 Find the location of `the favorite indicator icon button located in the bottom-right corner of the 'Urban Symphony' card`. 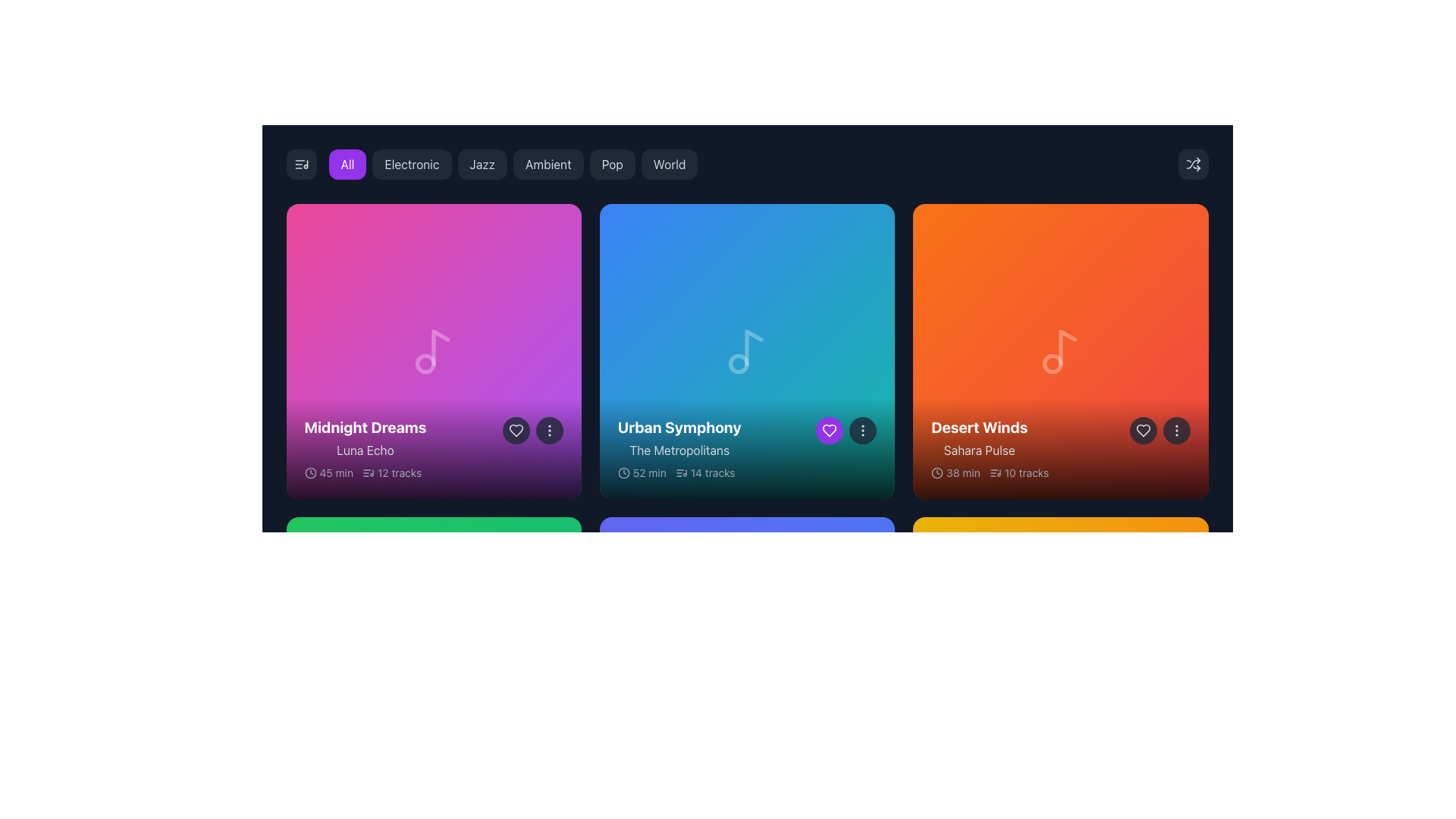

the favorite indicator icon button located in the bottom-right corner of the 'Urban Symphony' card is located at coordinates (829, 431).